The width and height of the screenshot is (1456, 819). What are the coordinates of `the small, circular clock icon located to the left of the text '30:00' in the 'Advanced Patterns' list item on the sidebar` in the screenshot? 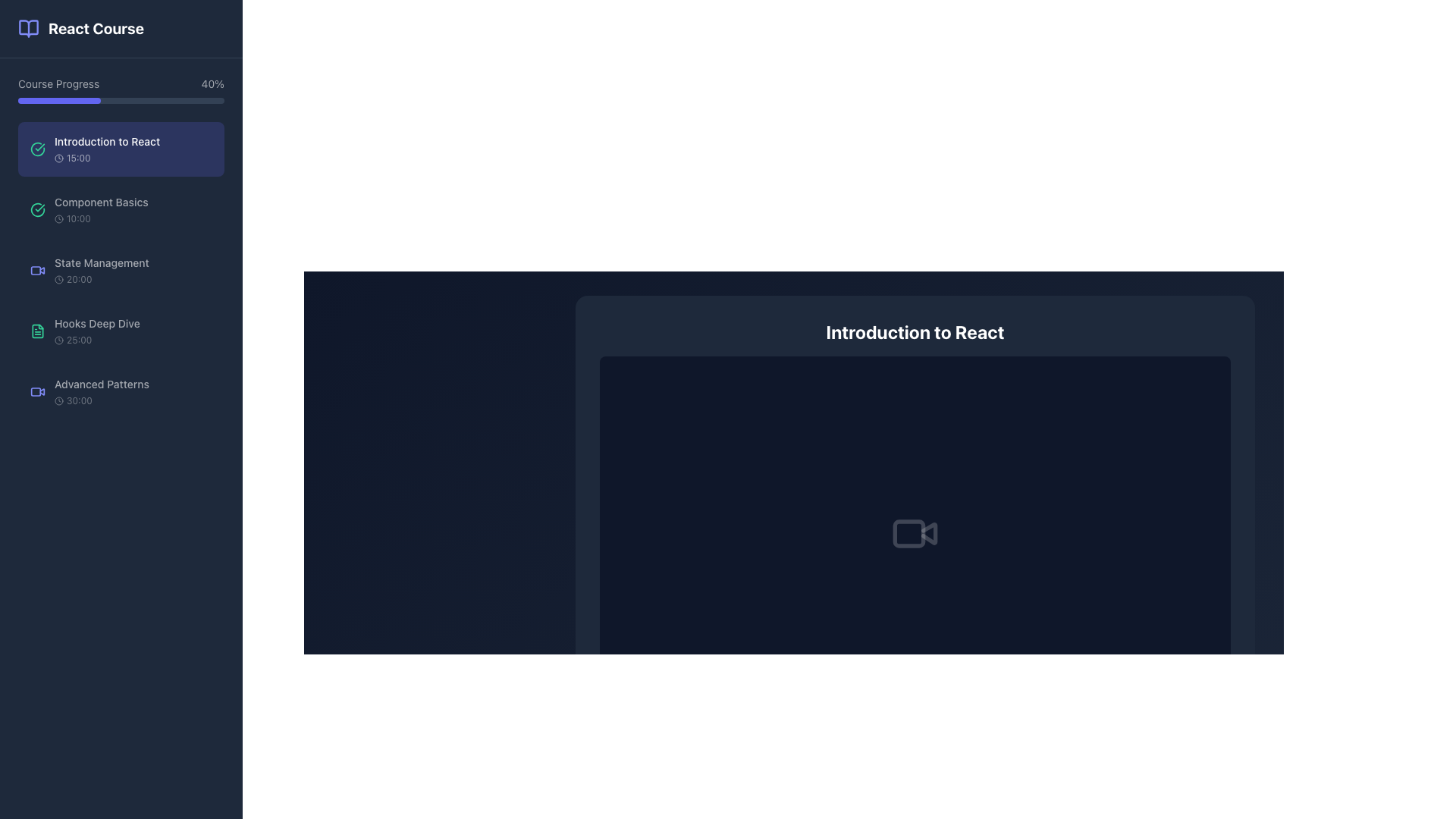 It's located at (58, 400).